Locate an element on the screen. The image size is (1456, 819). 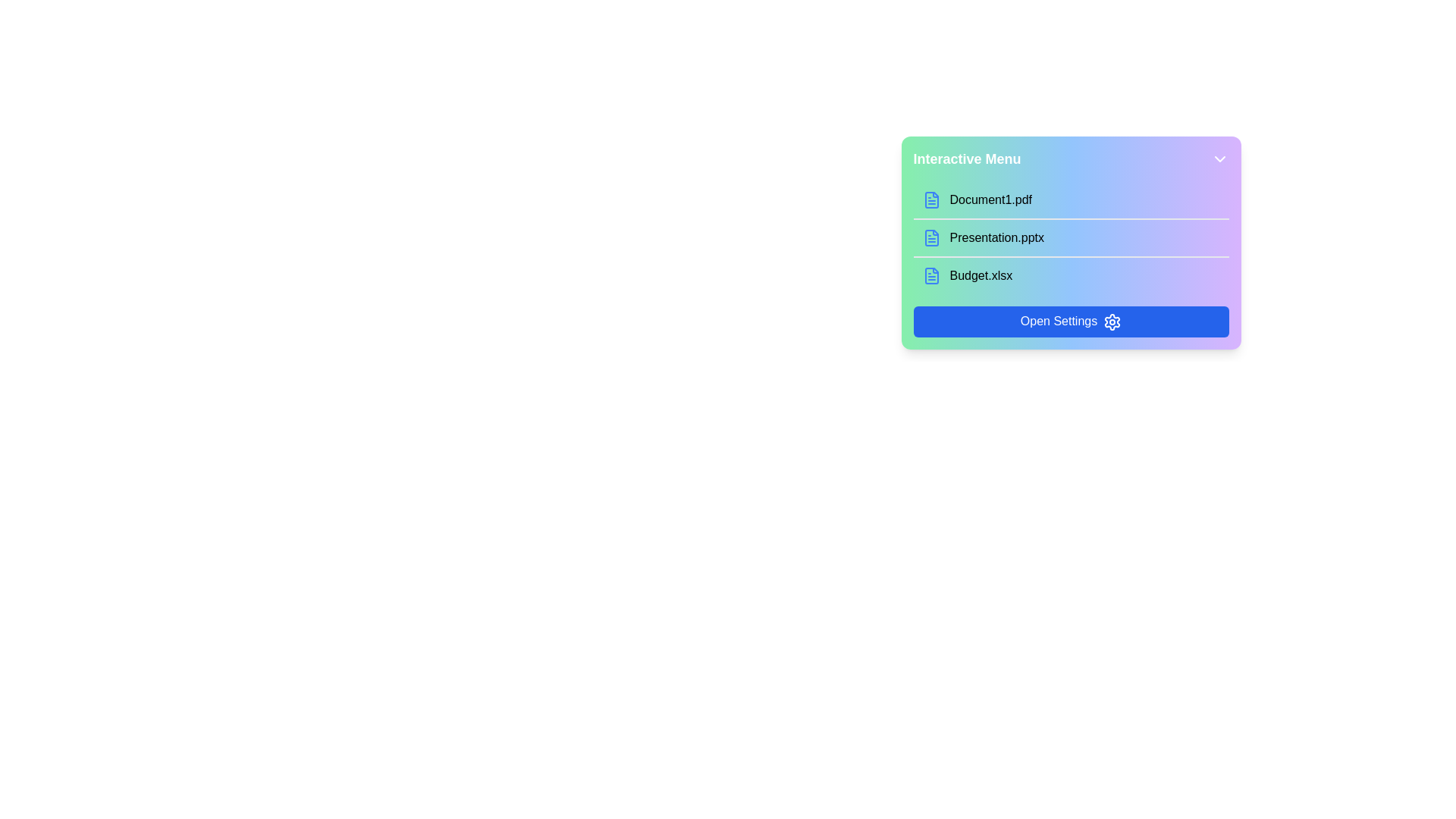
the second selectable file link for 'Presentation.pptx' in the 'Interactive Menu' is located at coordinates (1070, 239).